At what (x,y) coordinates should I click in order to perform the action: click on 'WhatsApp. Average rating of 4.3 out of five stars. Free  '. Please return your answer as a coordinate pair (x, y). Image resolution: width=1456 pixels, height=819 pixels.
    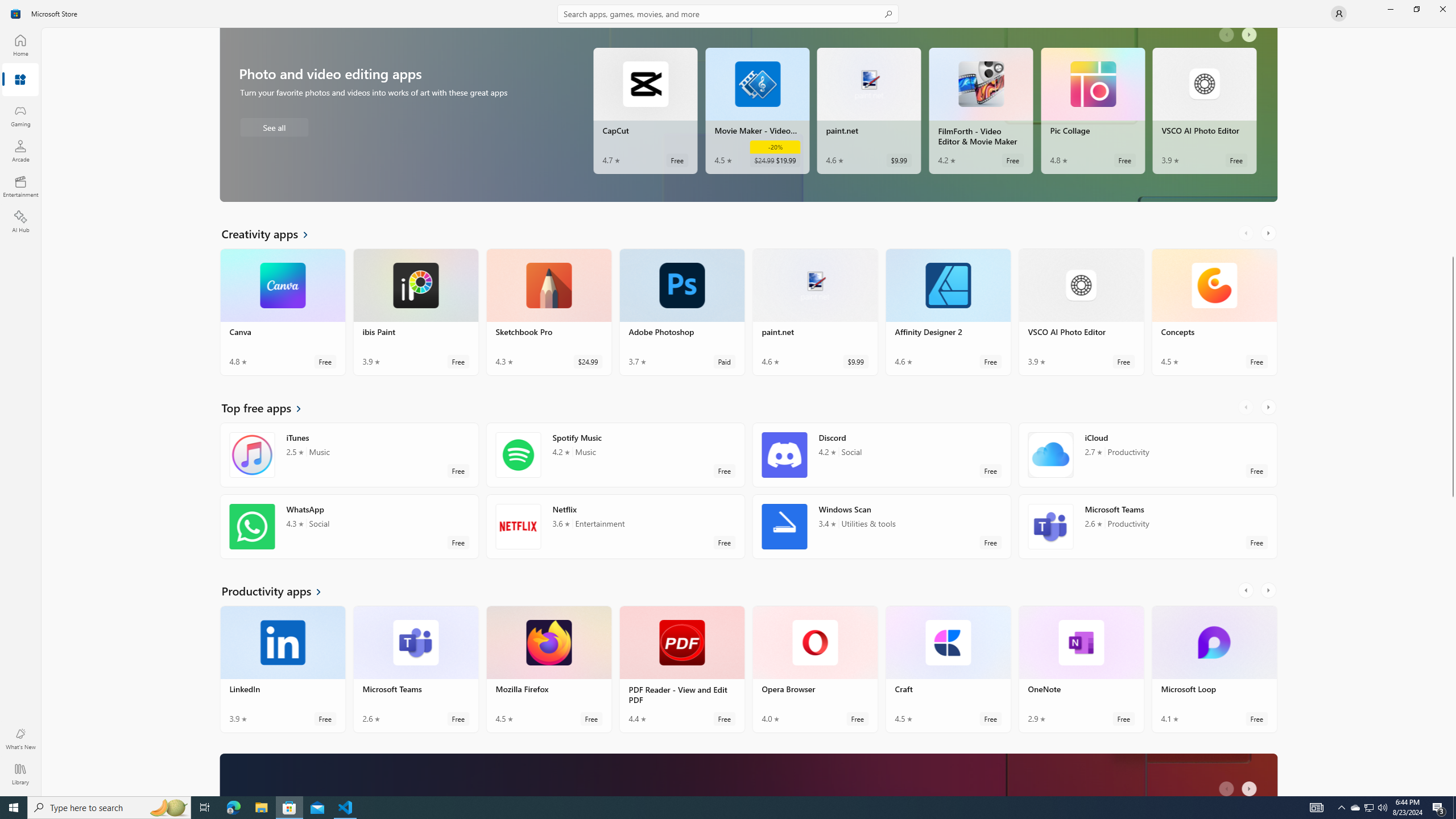
    Looking at the image, I should click on (349, 526).